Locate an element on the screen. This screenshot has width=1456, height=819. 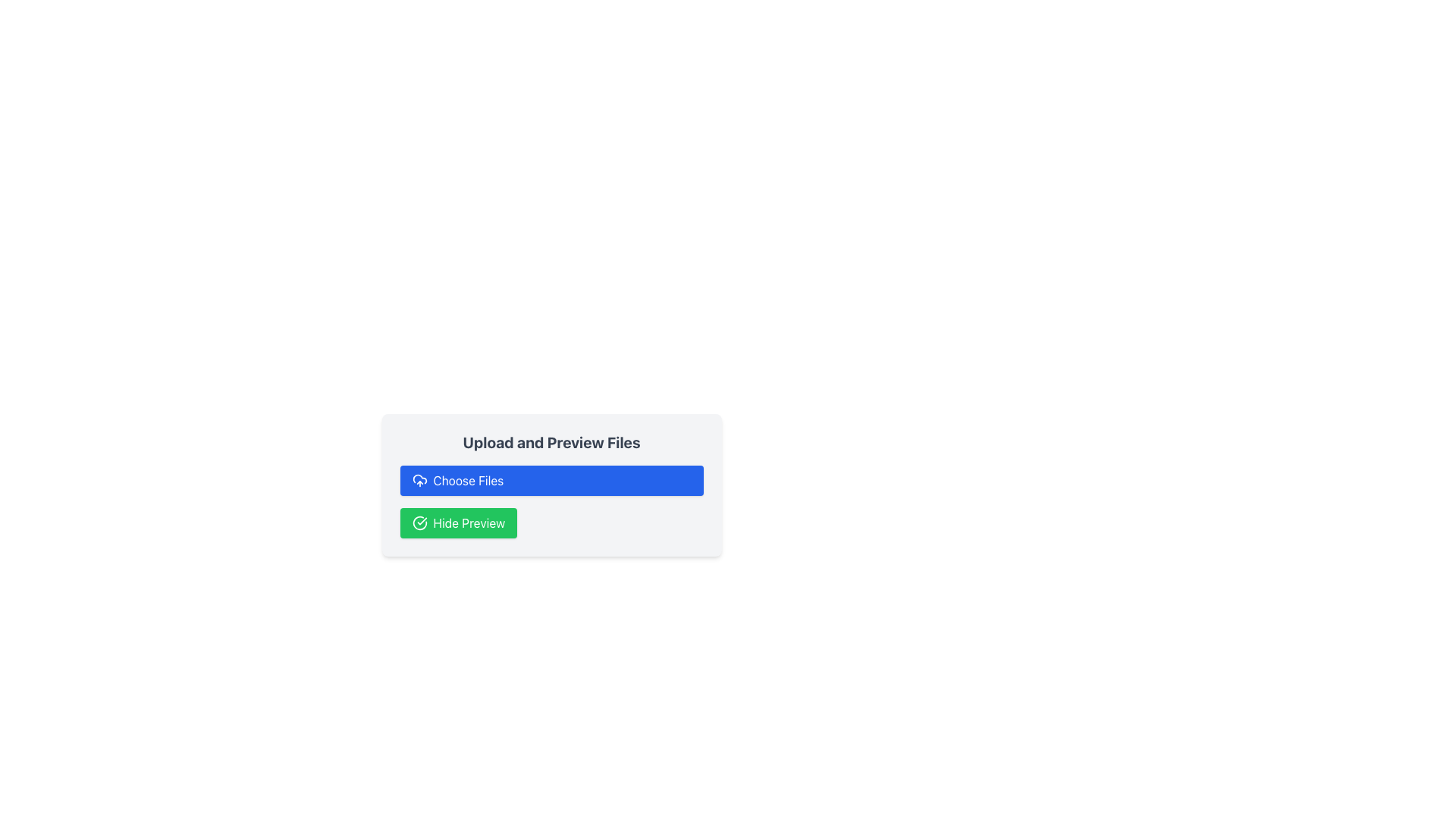
the green 'Hide Preview' button with white text and a circular check icon, located at the bottom of the 'Upload and Preview Files' control panel is located at coordinates (457, 522).